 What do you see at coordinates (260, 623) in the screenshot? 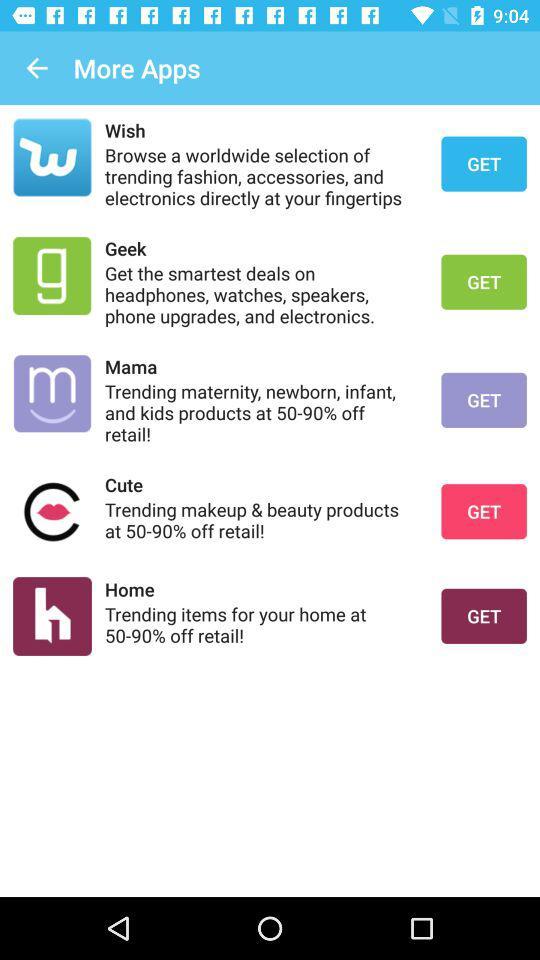
I see `icon below home` at bounding box center [260, 623].